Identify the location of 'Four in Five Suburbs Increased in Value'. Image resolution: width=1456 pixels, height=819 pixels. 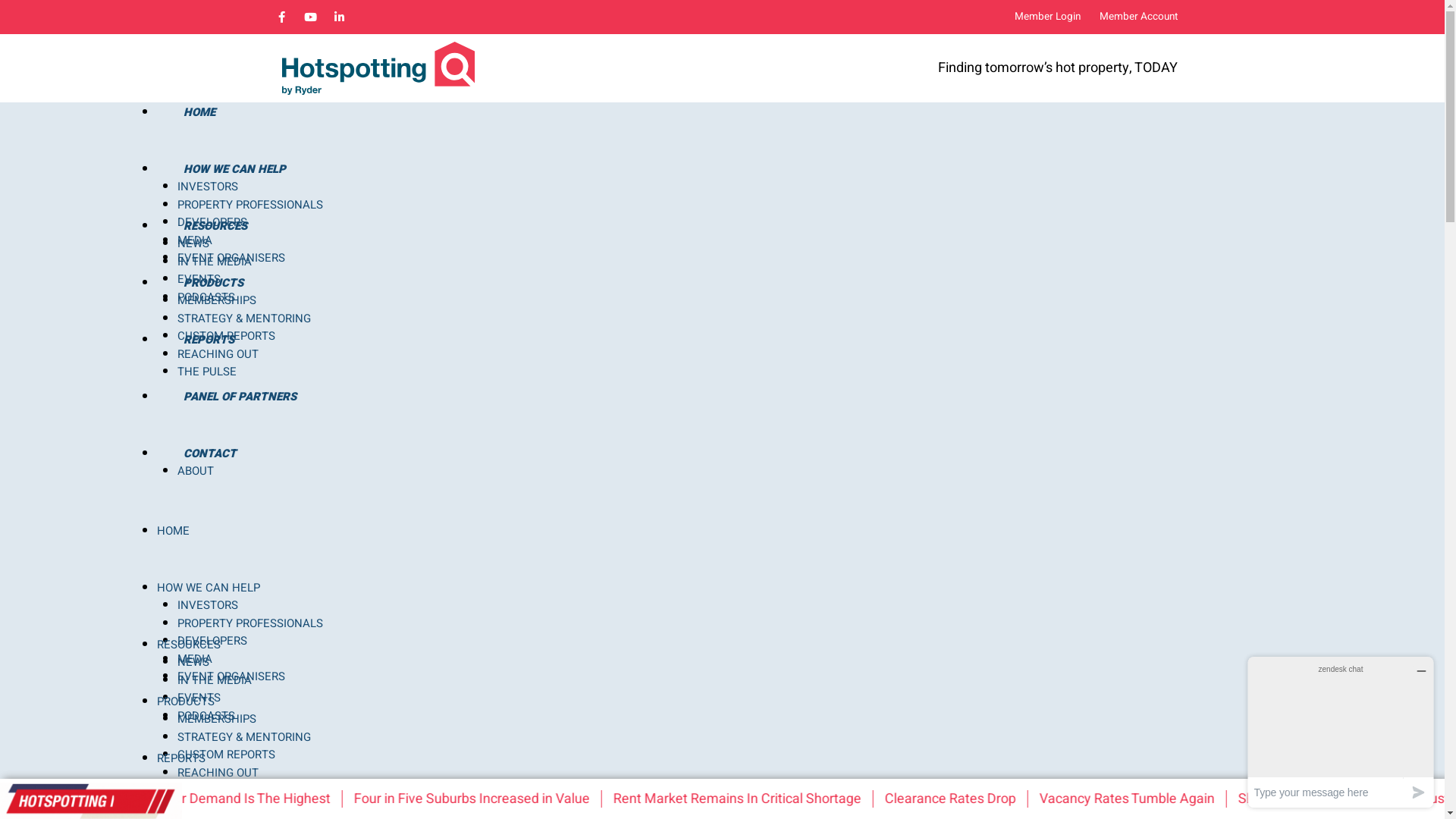
(372, 798).